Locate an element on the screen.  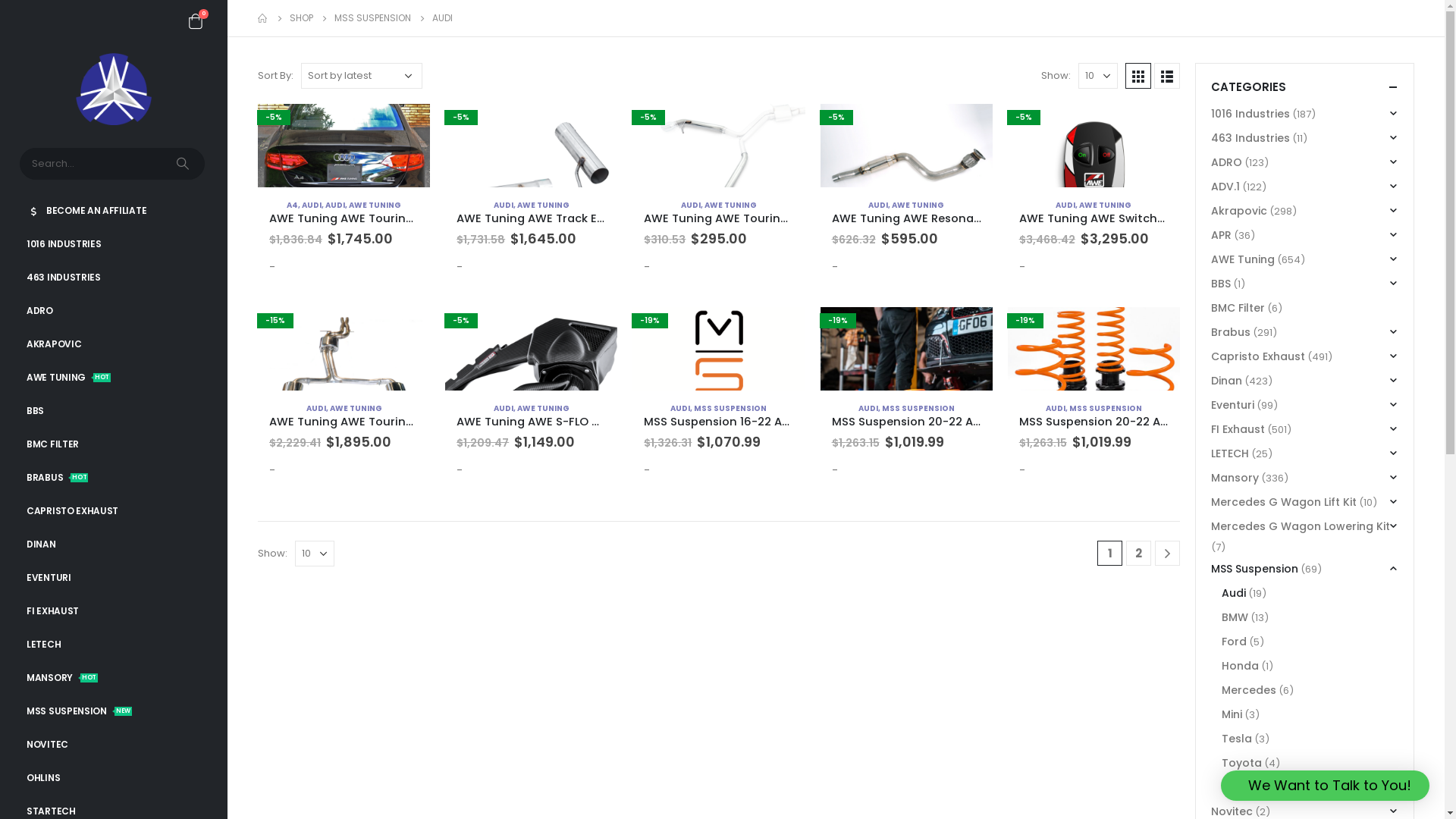
'EVENTURI' is located at coordinates (22, 578).